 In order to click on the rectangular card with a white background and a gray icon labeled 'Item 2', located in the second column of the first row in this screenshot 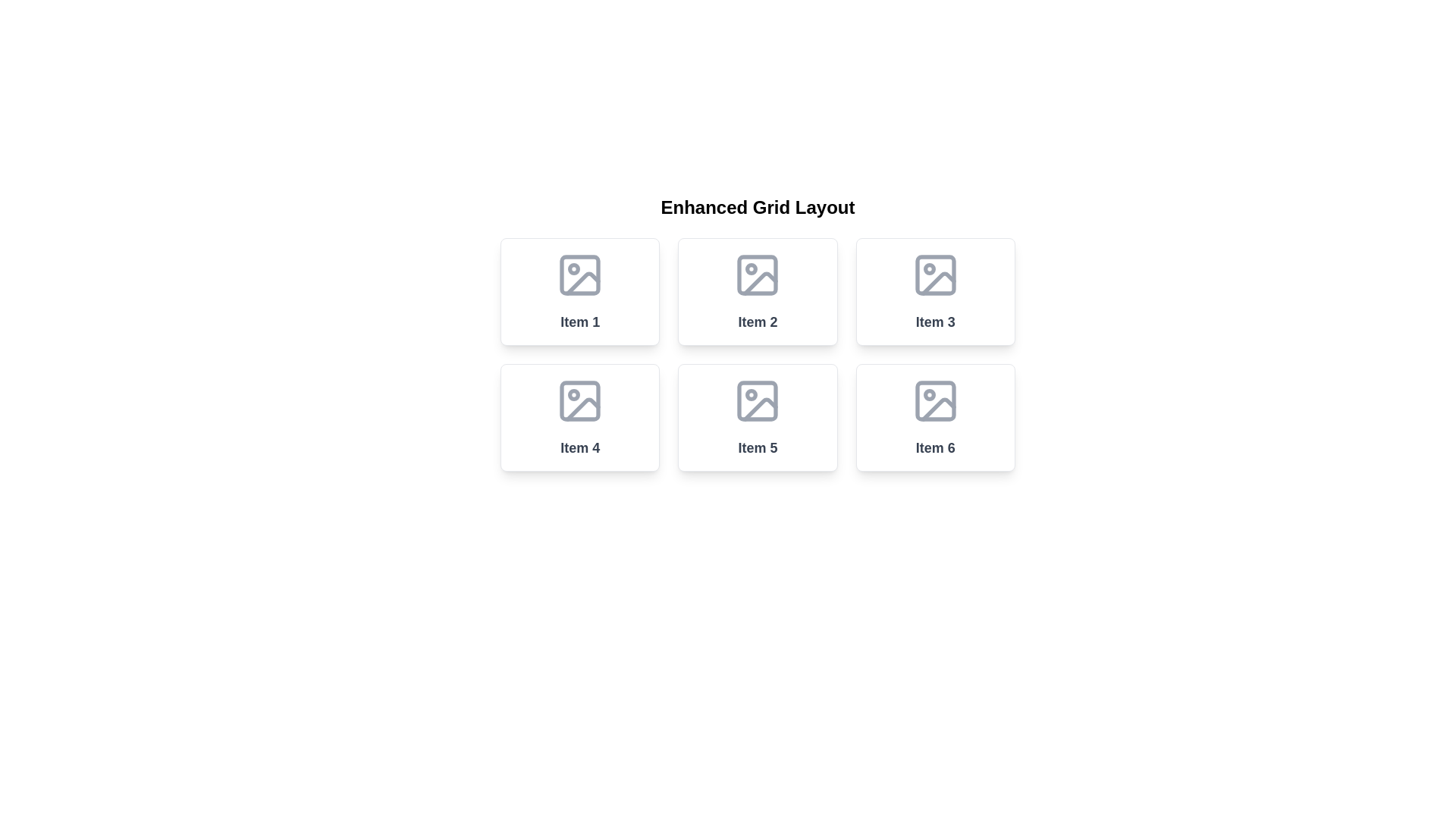, I will do `click(758, 292)`.